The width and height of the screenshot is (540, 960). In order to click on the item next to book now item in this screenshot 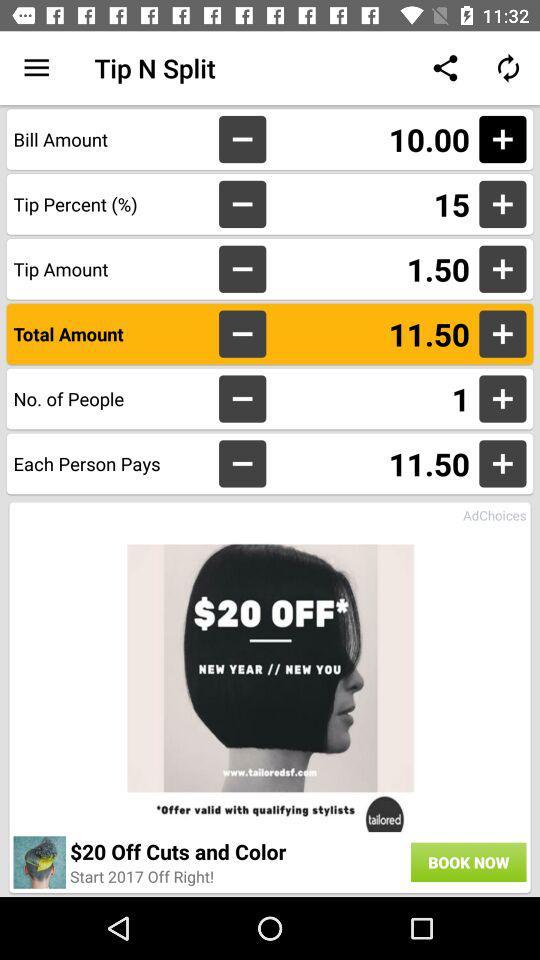, I will do `click(141, 875)`.